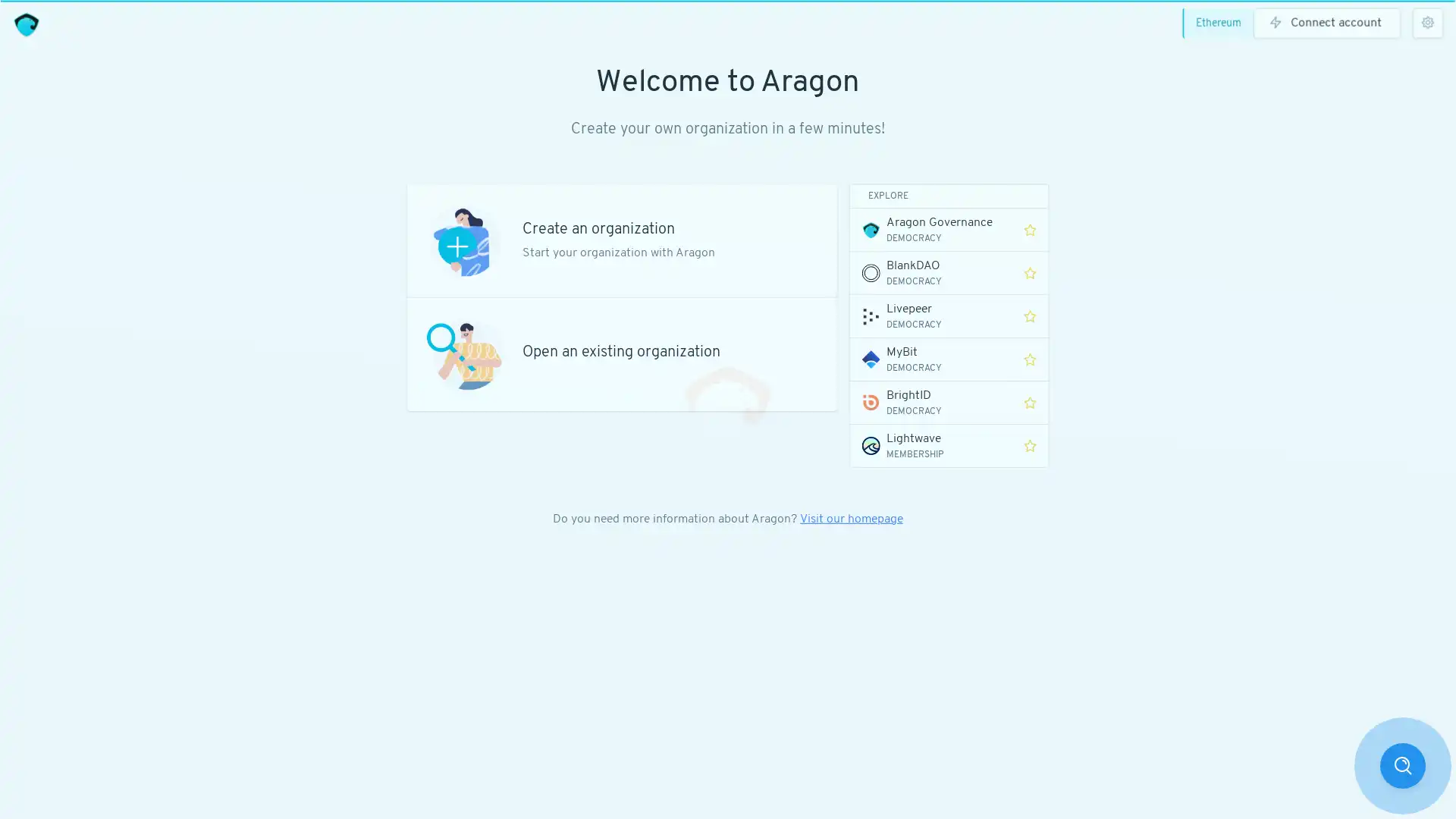 The height and width of the screenshot is (819, 1456). I want to click on Lightwave MEMBERSHIP, so click(930, 444).